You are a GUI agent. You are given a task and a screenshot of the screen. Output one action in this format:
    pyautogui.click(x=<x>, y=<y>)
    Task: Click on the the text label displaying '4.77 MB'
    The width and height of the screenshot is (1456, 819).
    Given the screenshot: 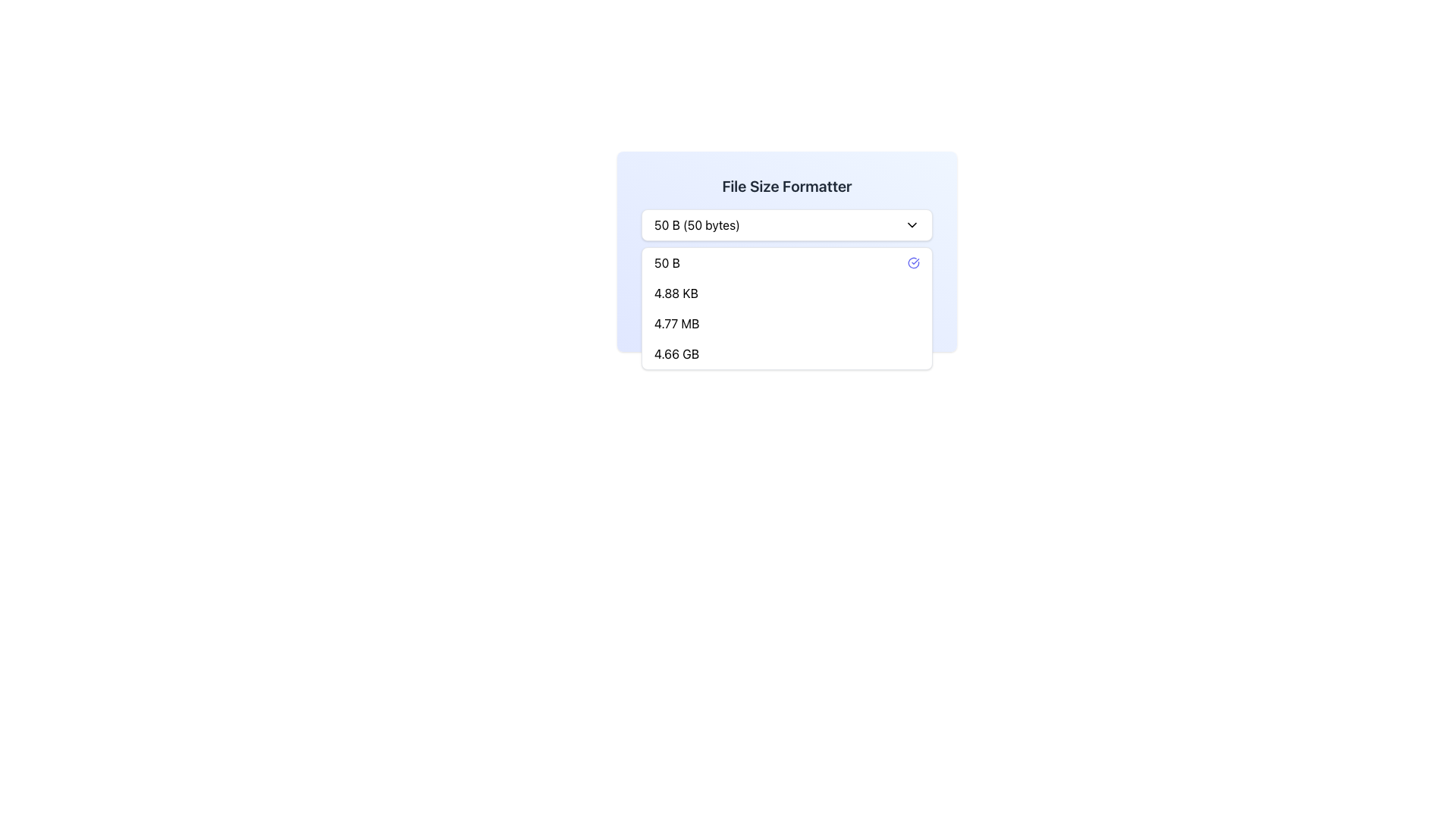 What is the action you would take?
    pyautogui.click(x=676, y=323)
    